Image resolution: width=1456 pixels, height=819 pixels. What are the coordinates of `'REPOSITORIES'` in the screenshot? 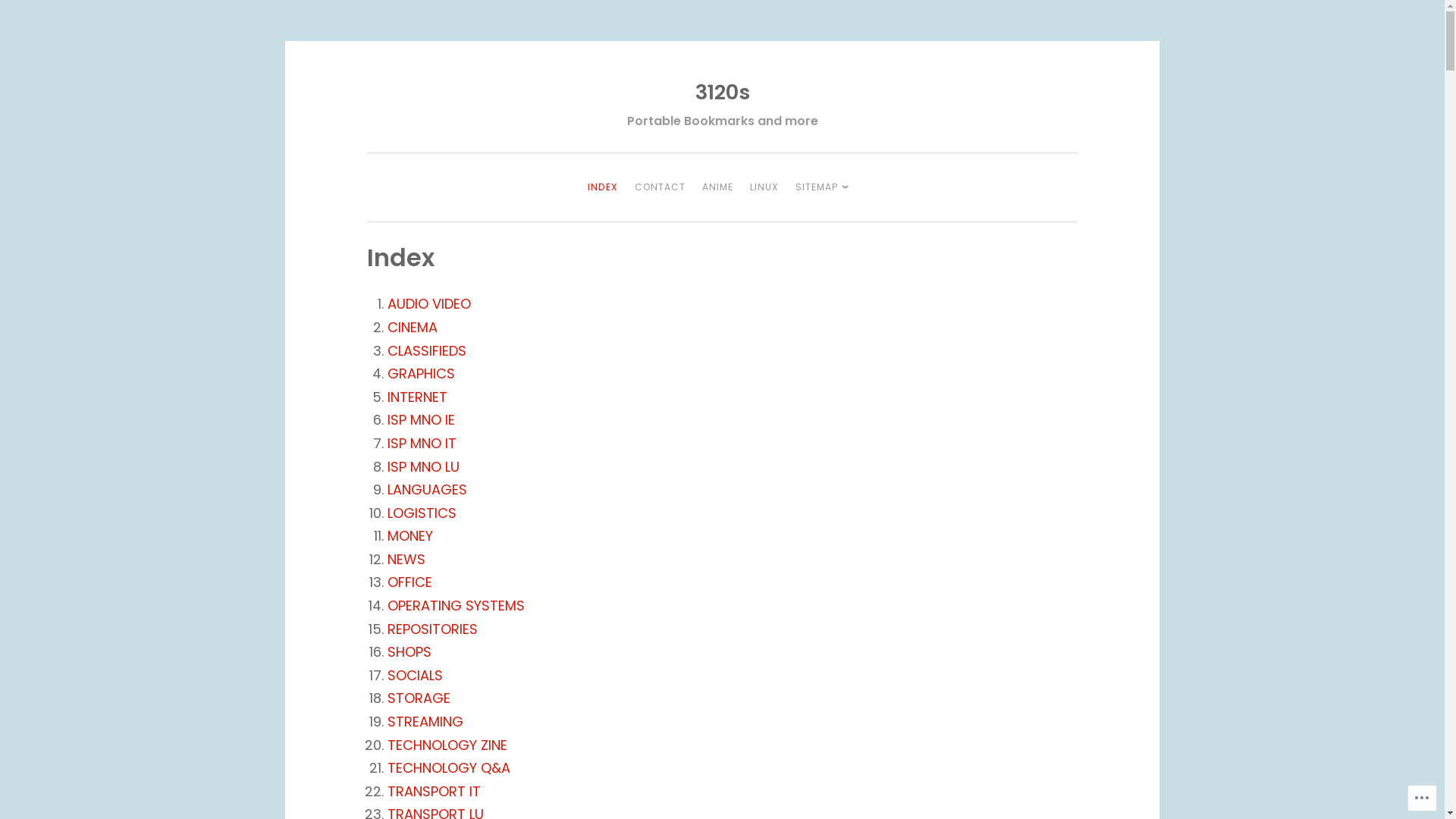 It's located at (431, 629).